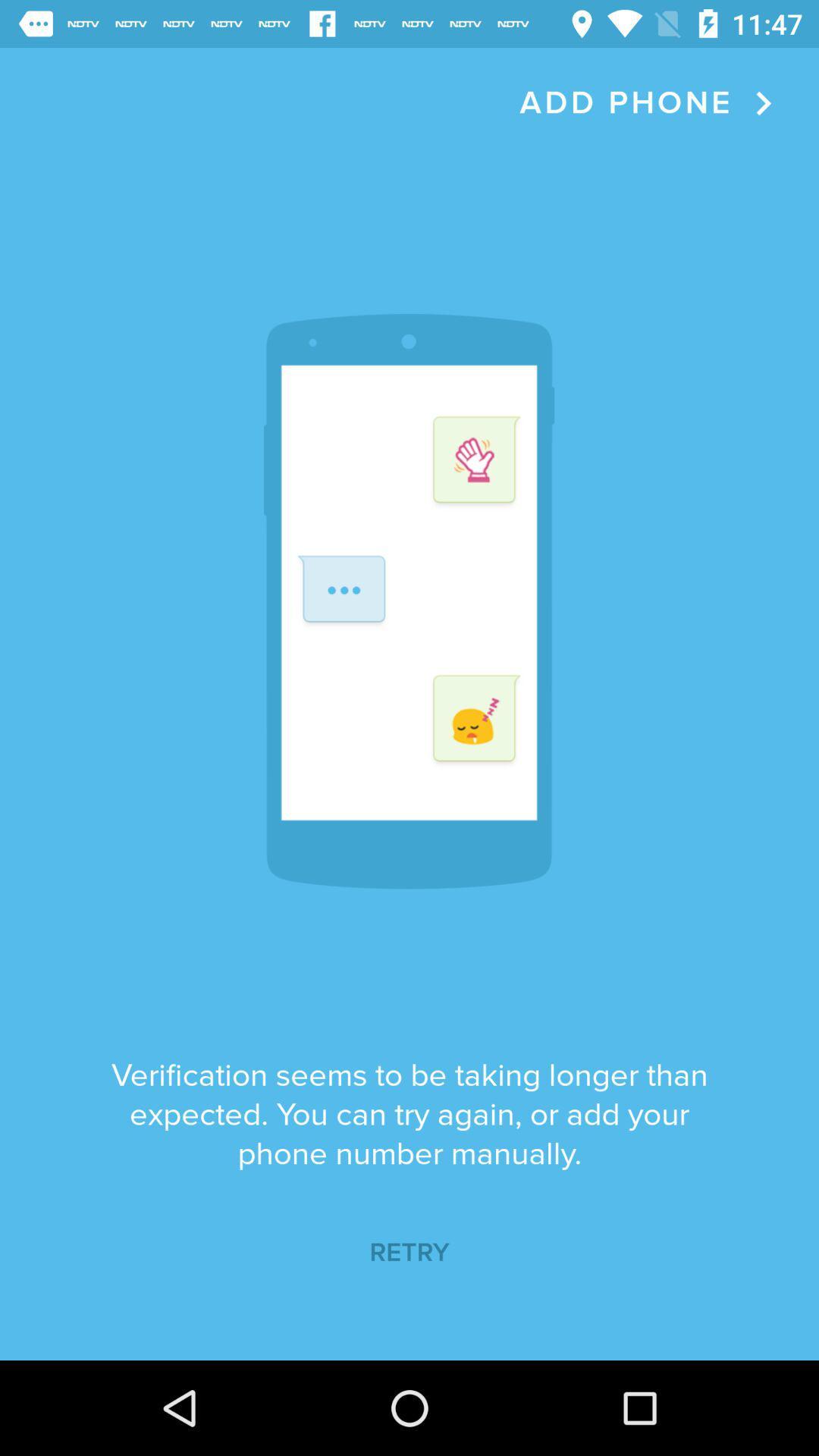 Image resolution: width=819 pixels, height=1456 pixels. What do you see at coordinates (409, 1253) in the screenshot?
I see `icon below the verification seems to item` at bounding box center [409, 1253].